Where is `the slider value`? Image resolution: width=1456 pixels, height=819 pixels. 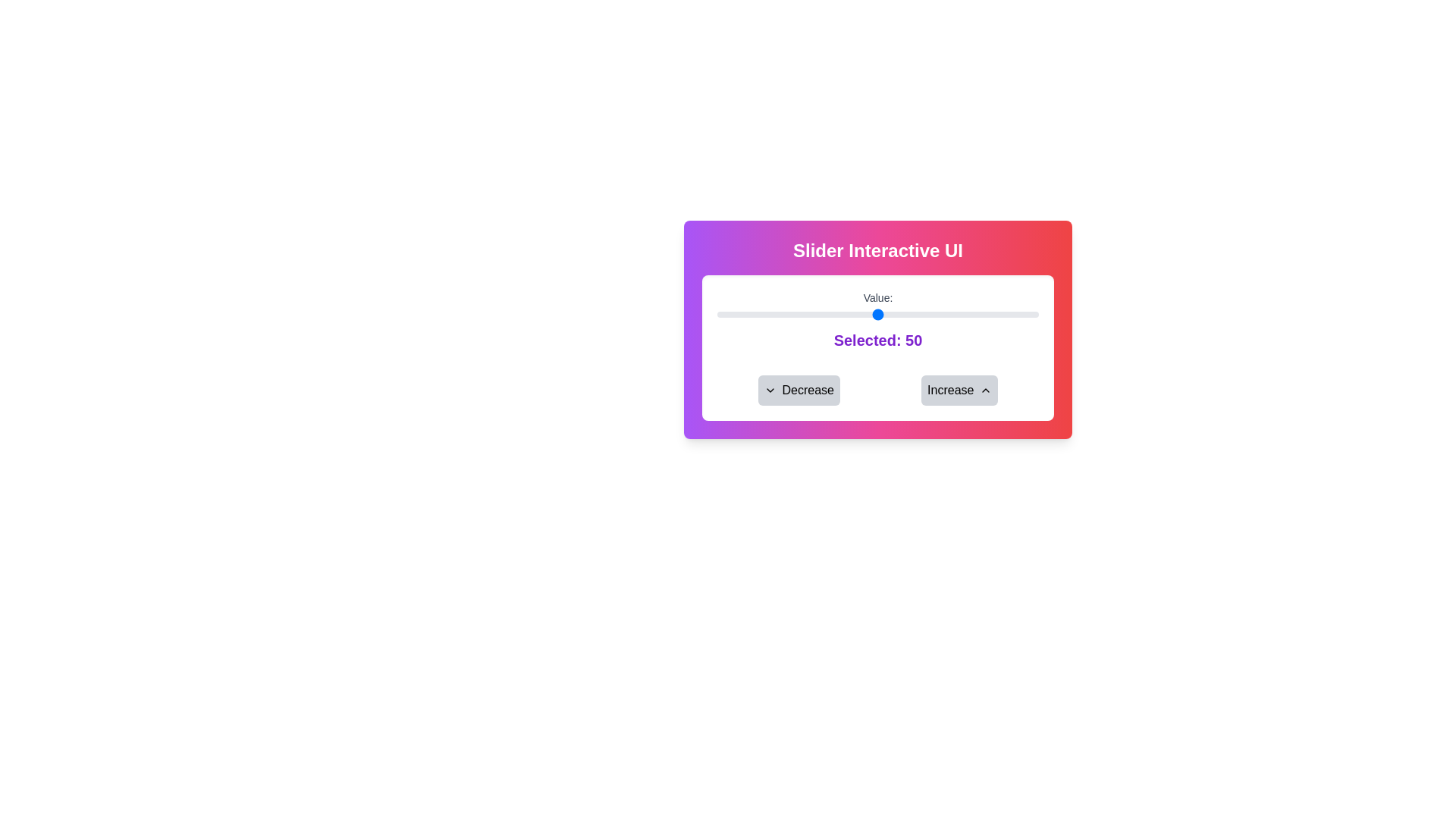 the slider value is located at coordinates (951, 314).